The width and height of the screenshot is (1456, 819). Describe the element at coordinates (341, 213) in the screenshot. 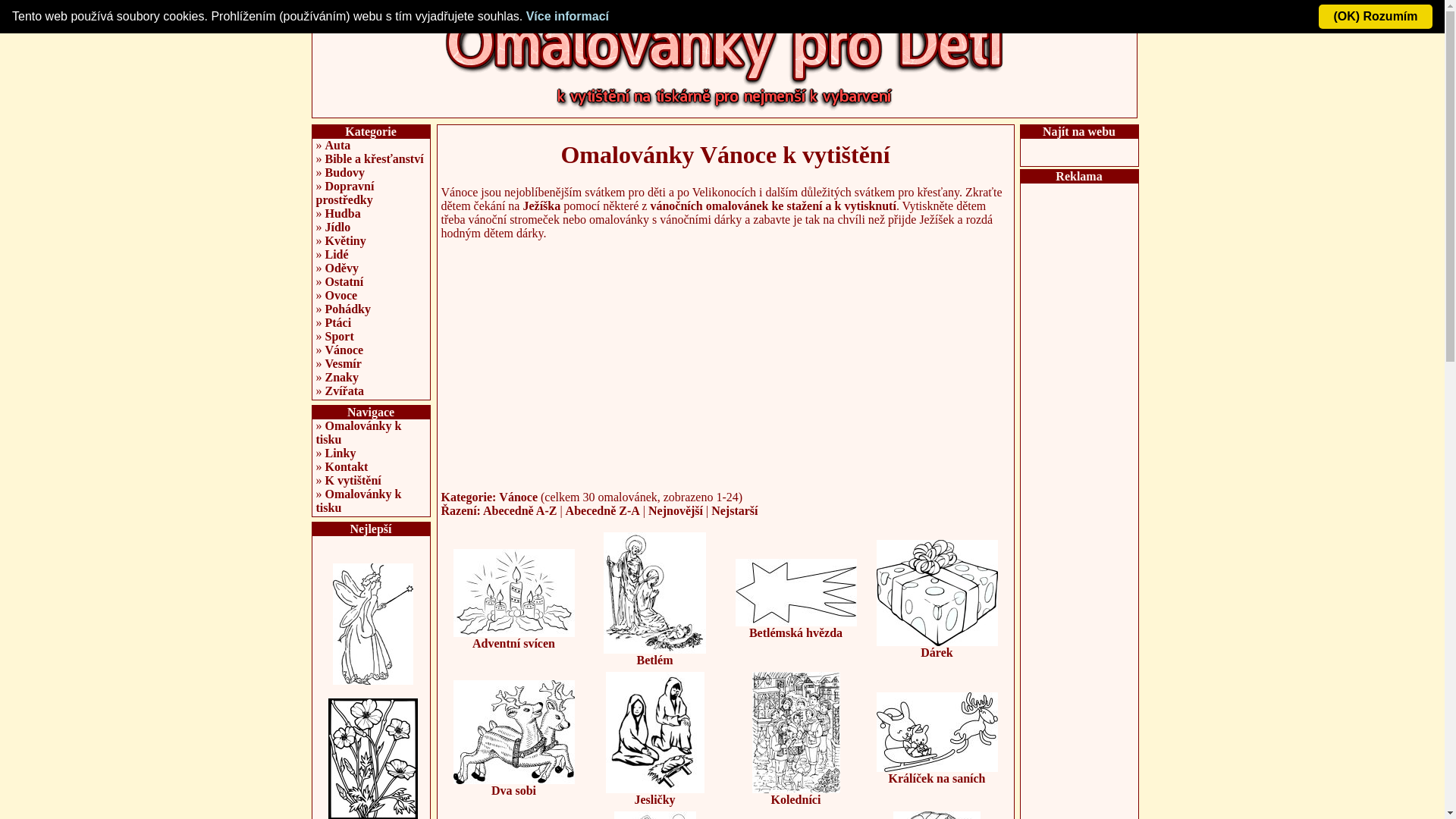

I see `'Hudba'` at that location.